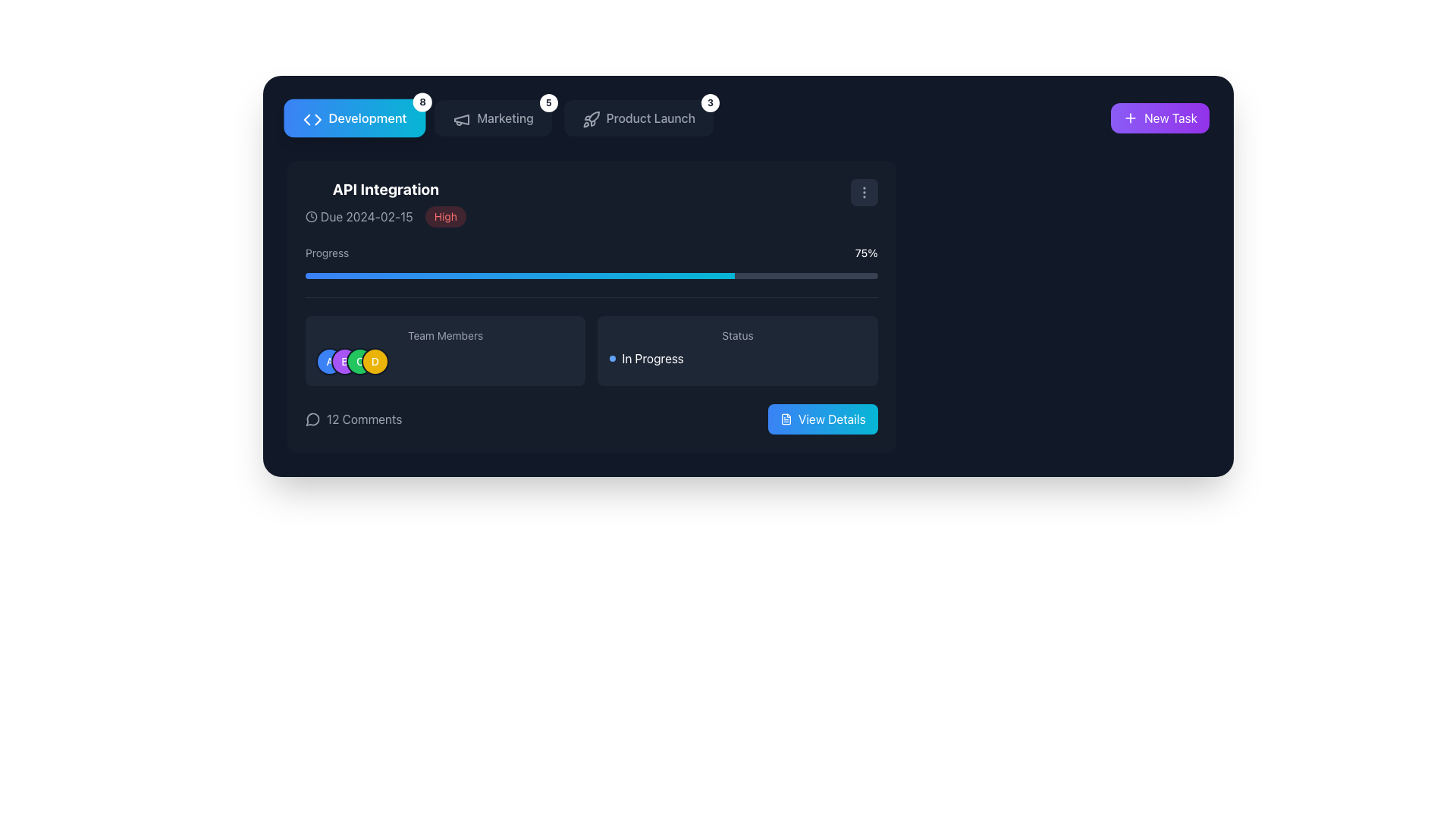 This screenshot has height=819, width=1456. I want to click on the pill-shaped label with a red background that displays the word 'High' in red text, located at the top-right corner of the task overview box titled 'API Integration', so click(444, 216).